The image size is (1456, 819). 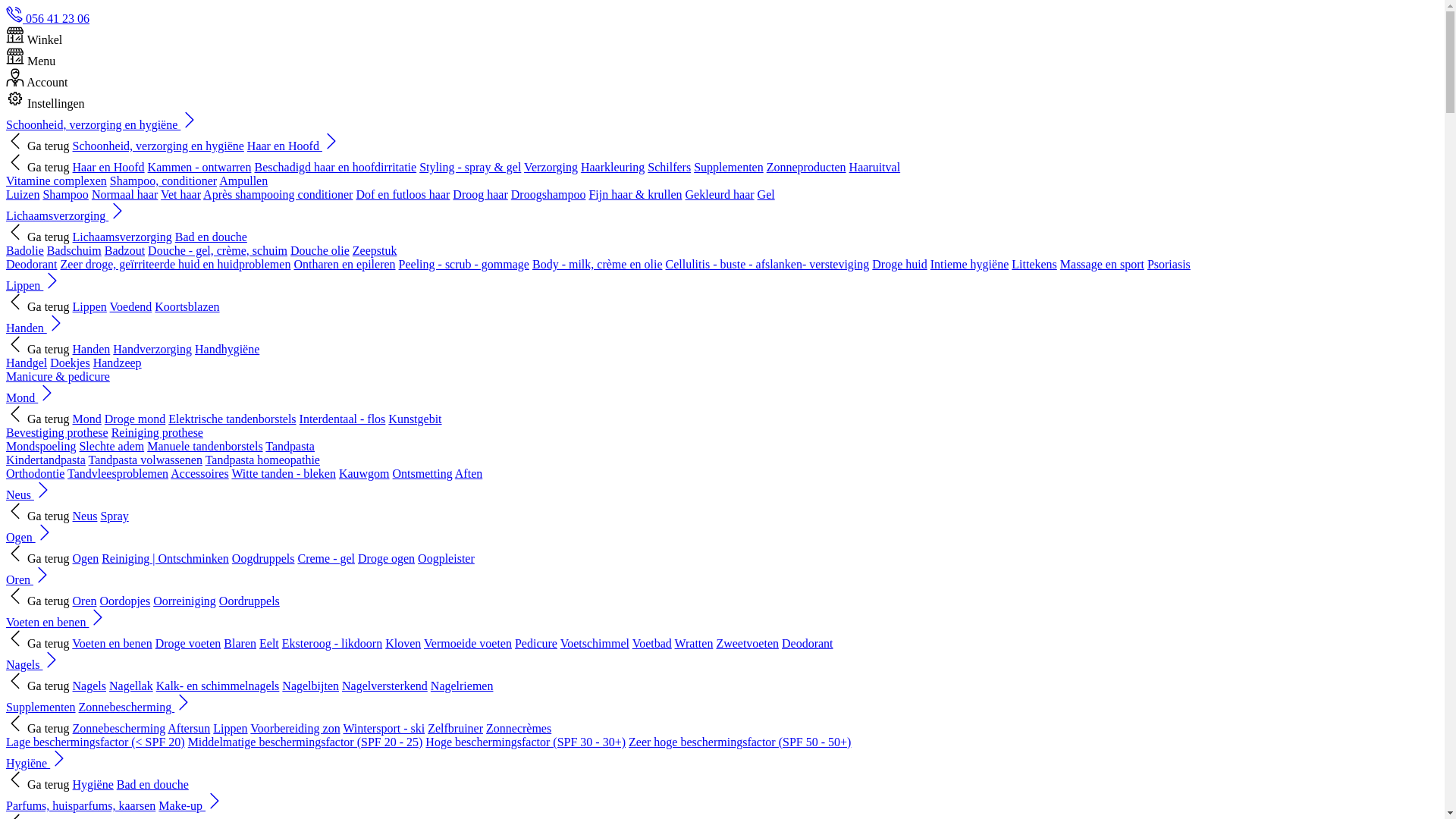 I want to click on 'Zeer hoge beschermingsfactor (SPF 50 - 50+)', so click(x=739, y=741).